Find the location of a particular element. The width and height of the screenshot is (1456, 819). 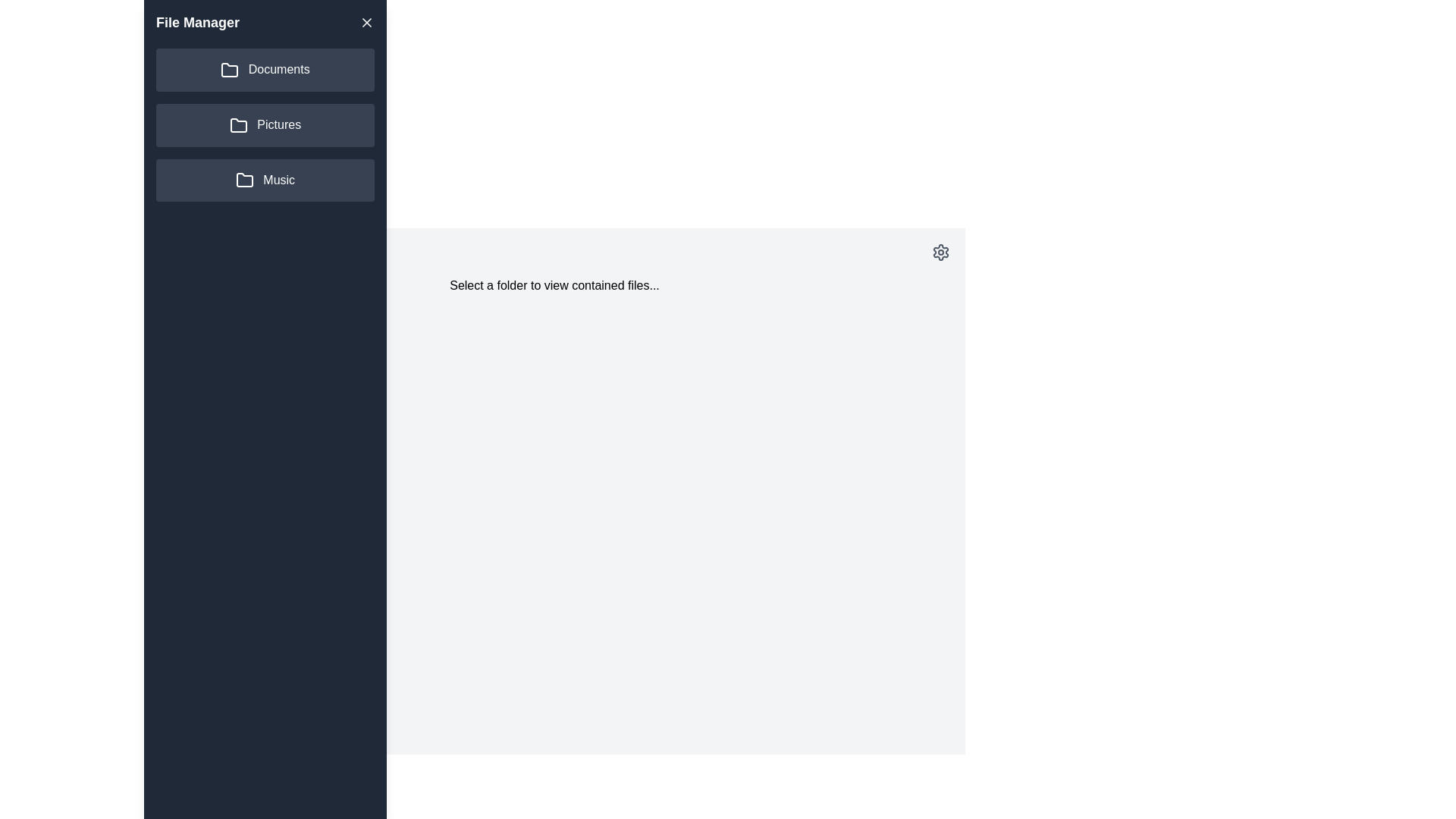

the folder Pictures from the side drawer is located at coordinates (265, 124).